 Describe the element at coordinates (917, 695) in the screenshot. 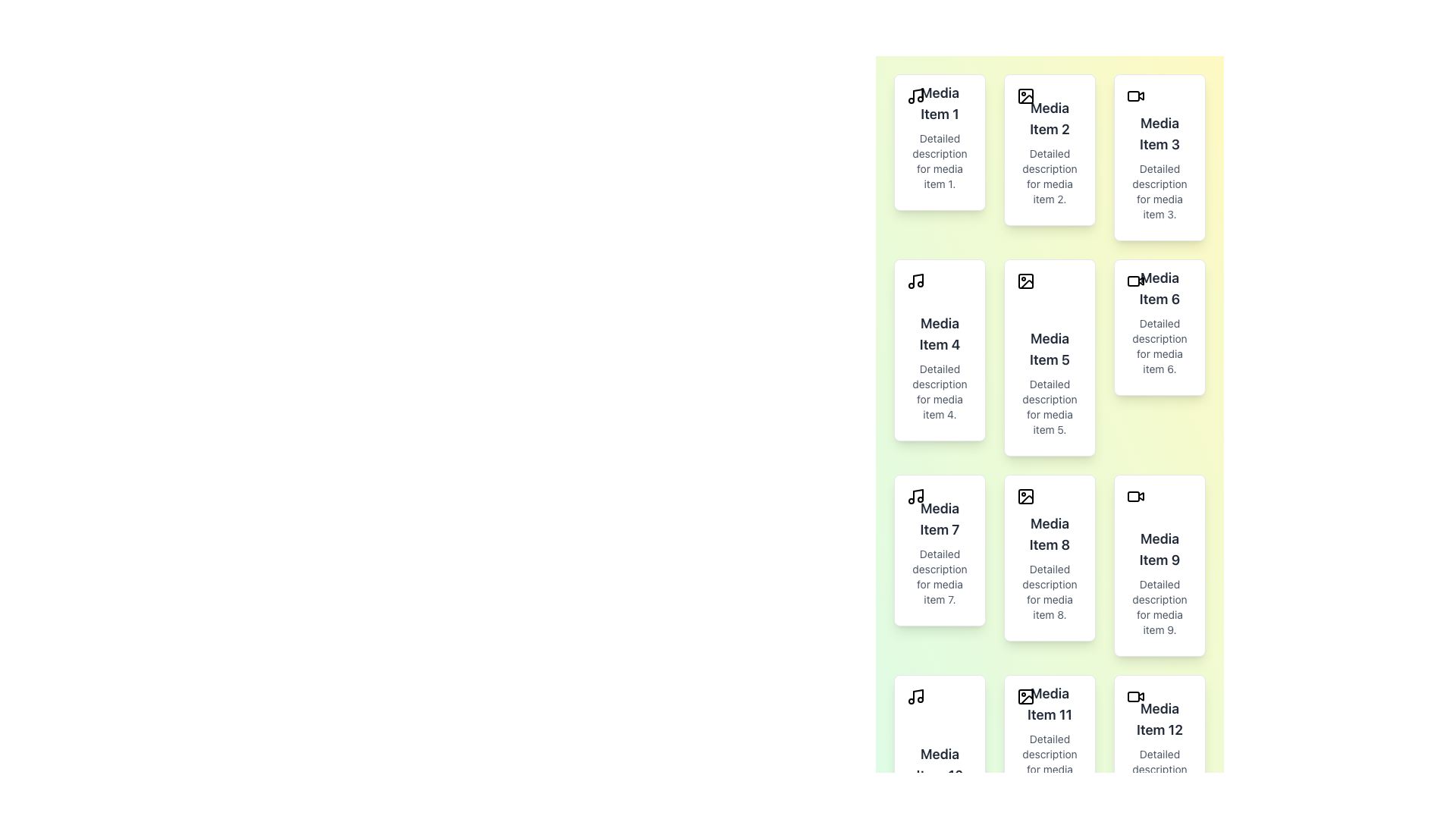

I see `vertical line segment within the SVG icon that is part of the 'Media Item 10' card structure located in the bottom-left corner of the layout` at that location.